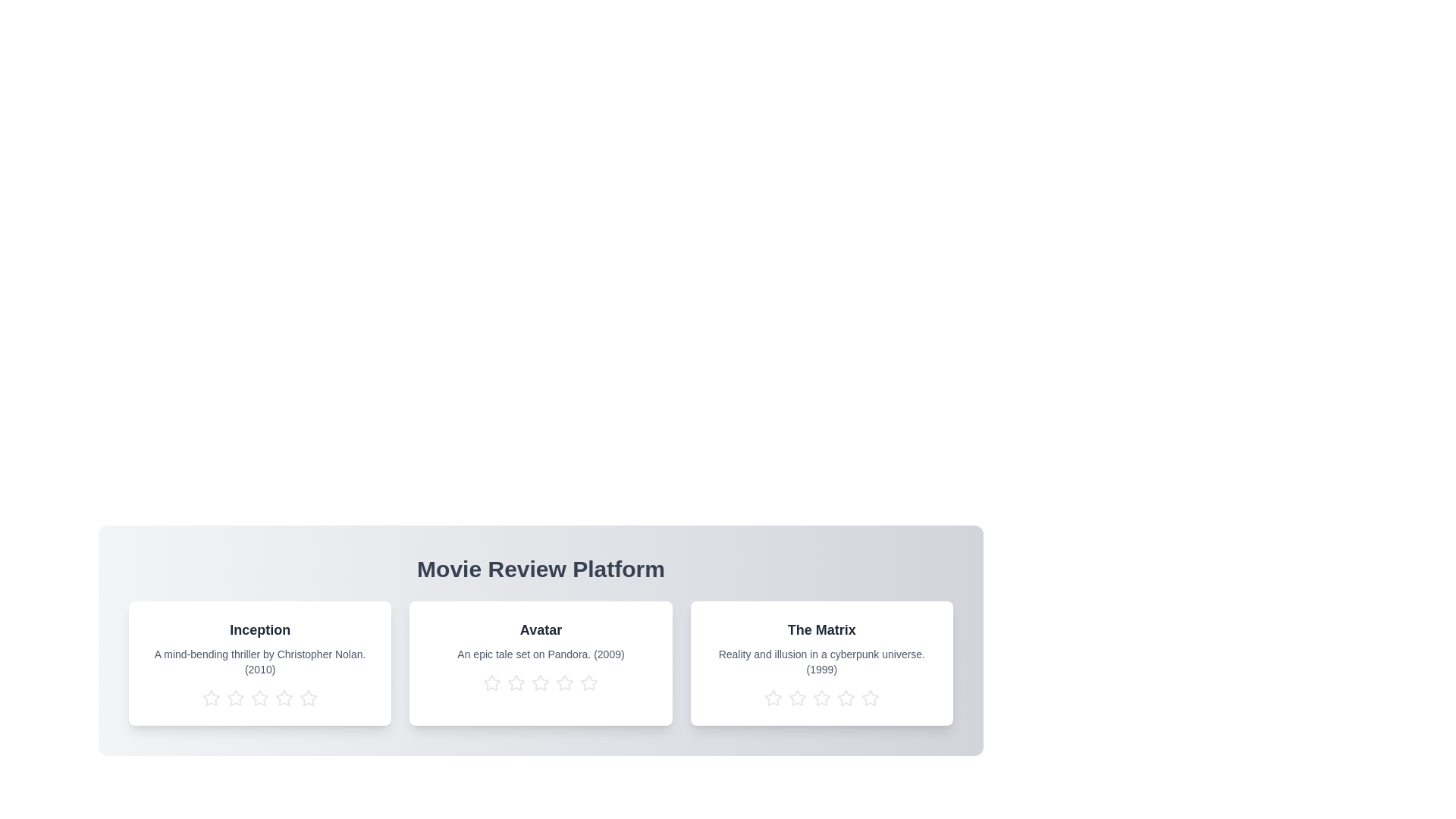 This screenshot has width=1456, height=819. Describe the element at coordinates (308, 698) in the screenshot. I see `the star corresponding to 5 stars for the movie titled Inception` at that location.